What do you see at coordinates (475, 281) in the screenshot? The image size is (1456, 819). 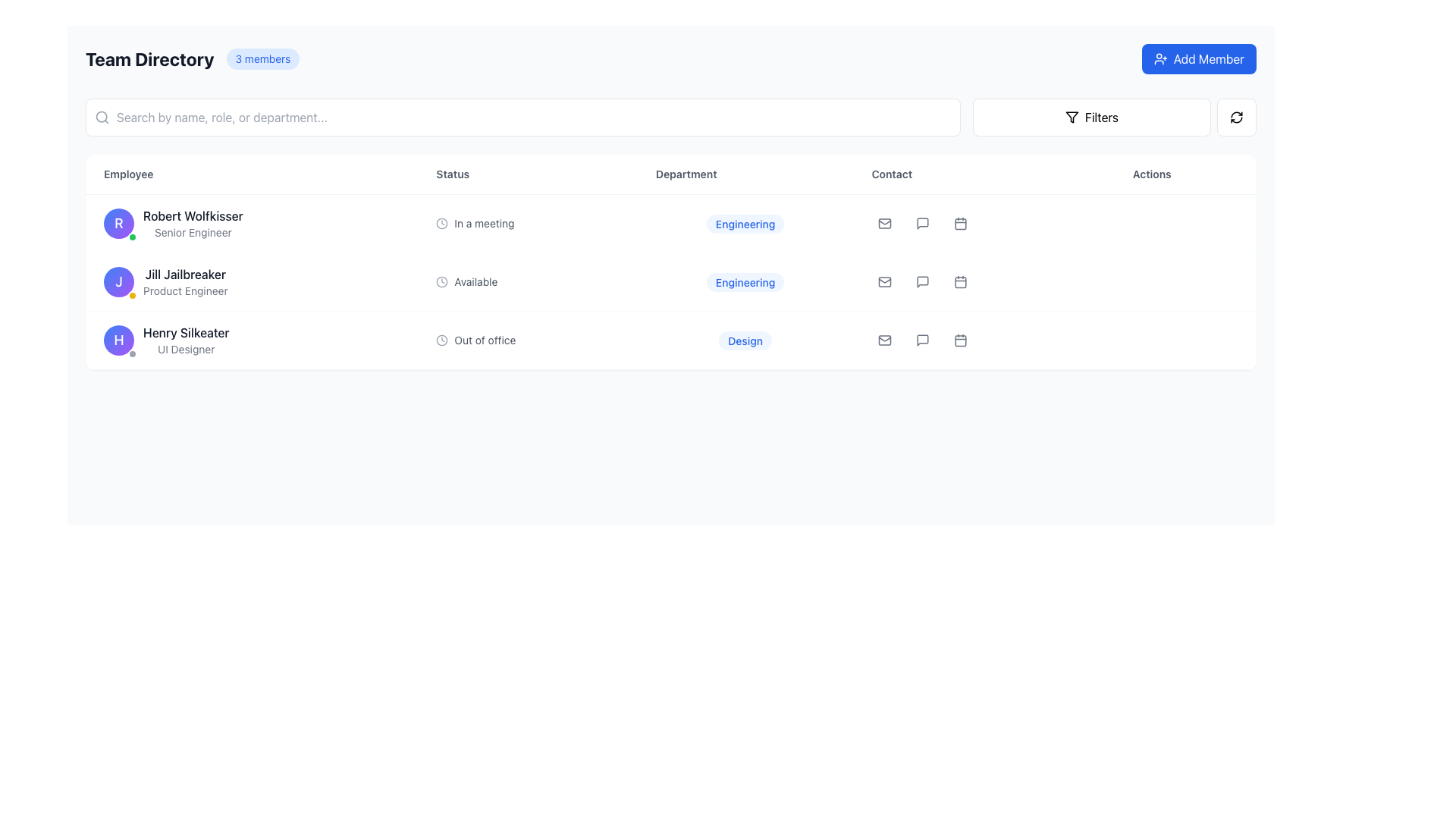 I see `the 'Available' text label in the 'Status' column of the second row within the table, which is styled in a small grey font and positioned next to a clock icon` at bounding box center [475, 281].